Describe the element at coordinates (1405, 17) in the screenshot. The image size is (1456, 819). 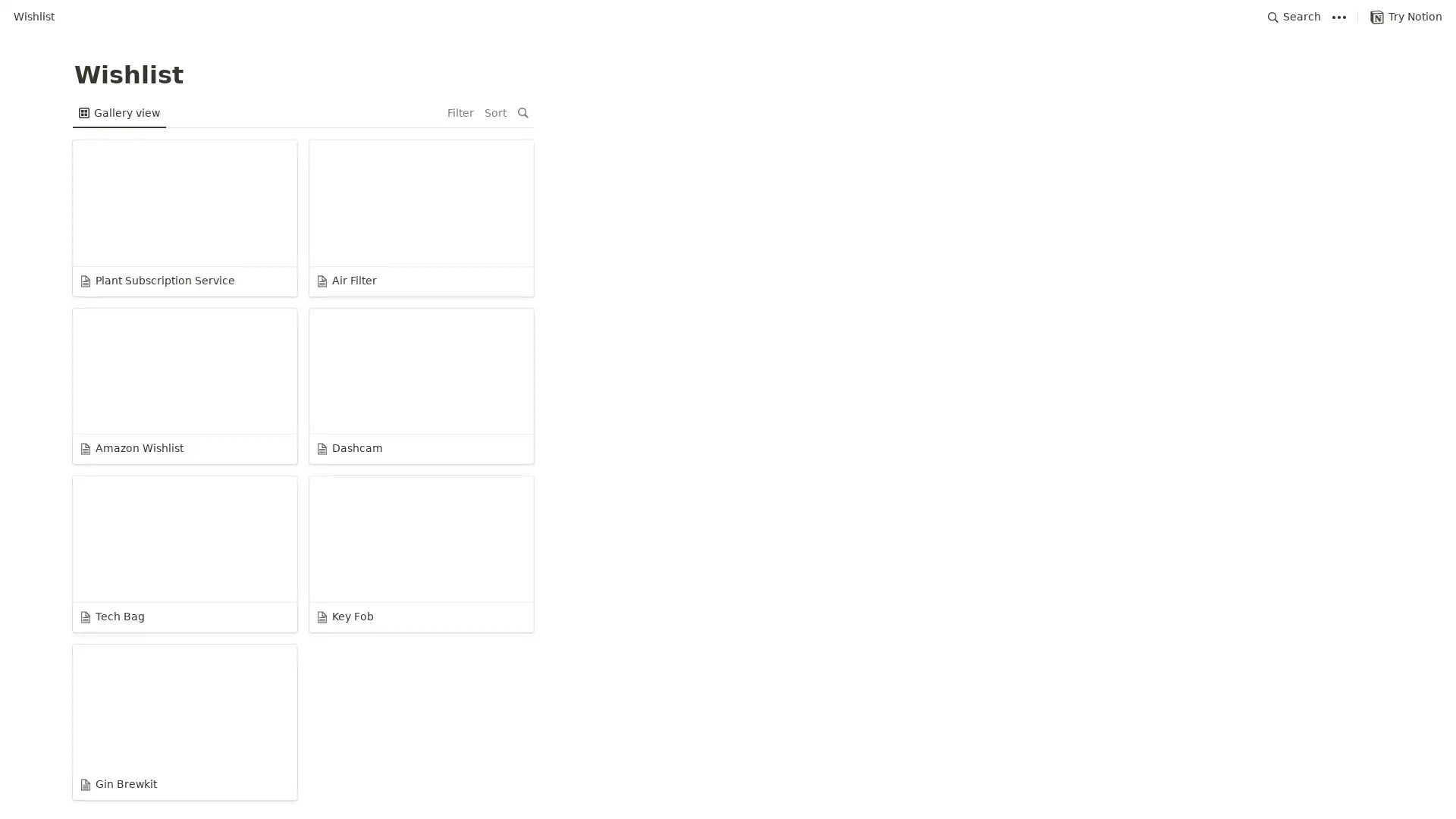
I see `Try Notion` at that location.